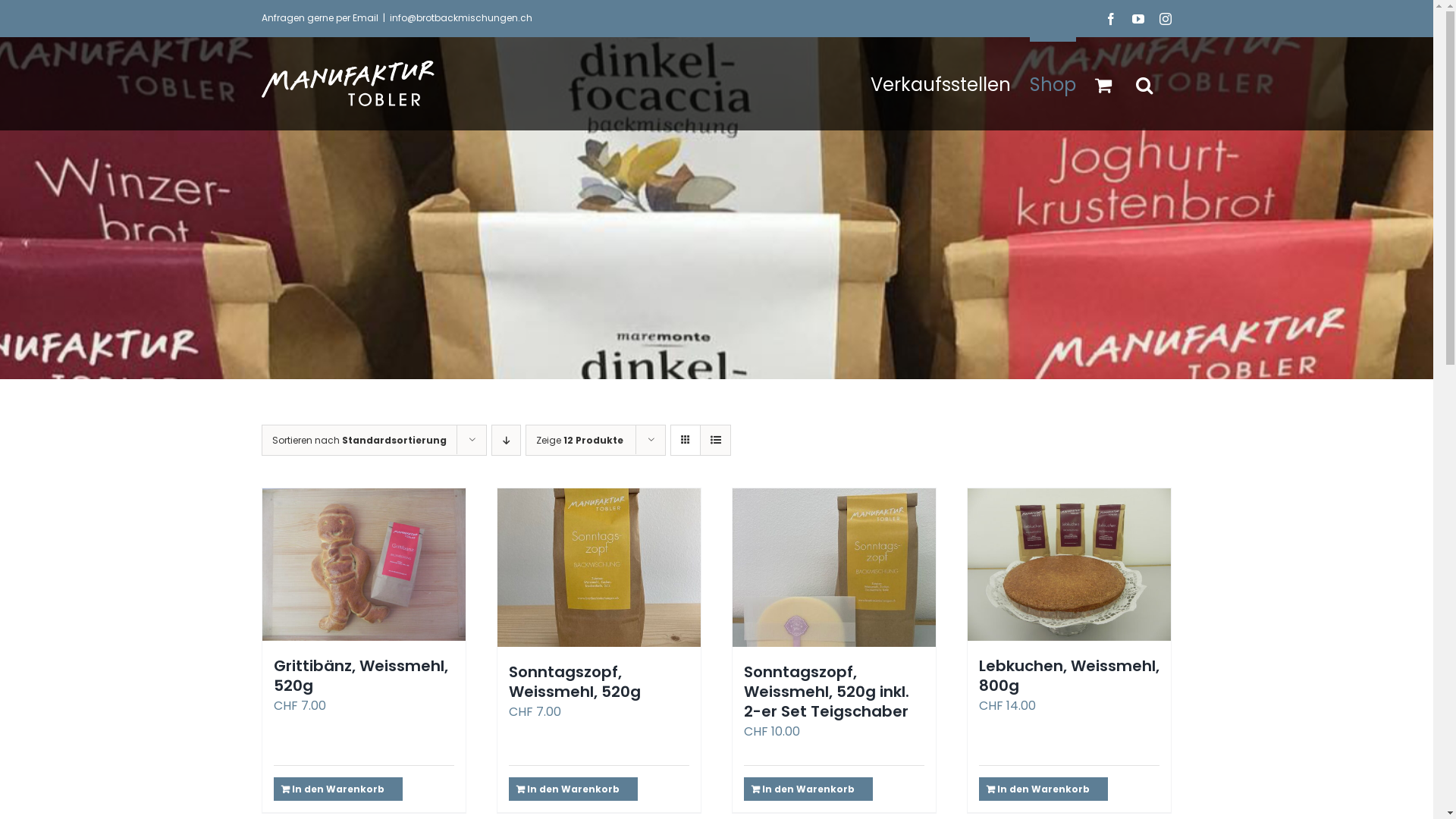 Image resolution: width=1456 pixels, height=819 pixels. Describe the element at coordinates (579, 440) in the screenshot. I see `'Zeige 12 Produkte'` at that location.